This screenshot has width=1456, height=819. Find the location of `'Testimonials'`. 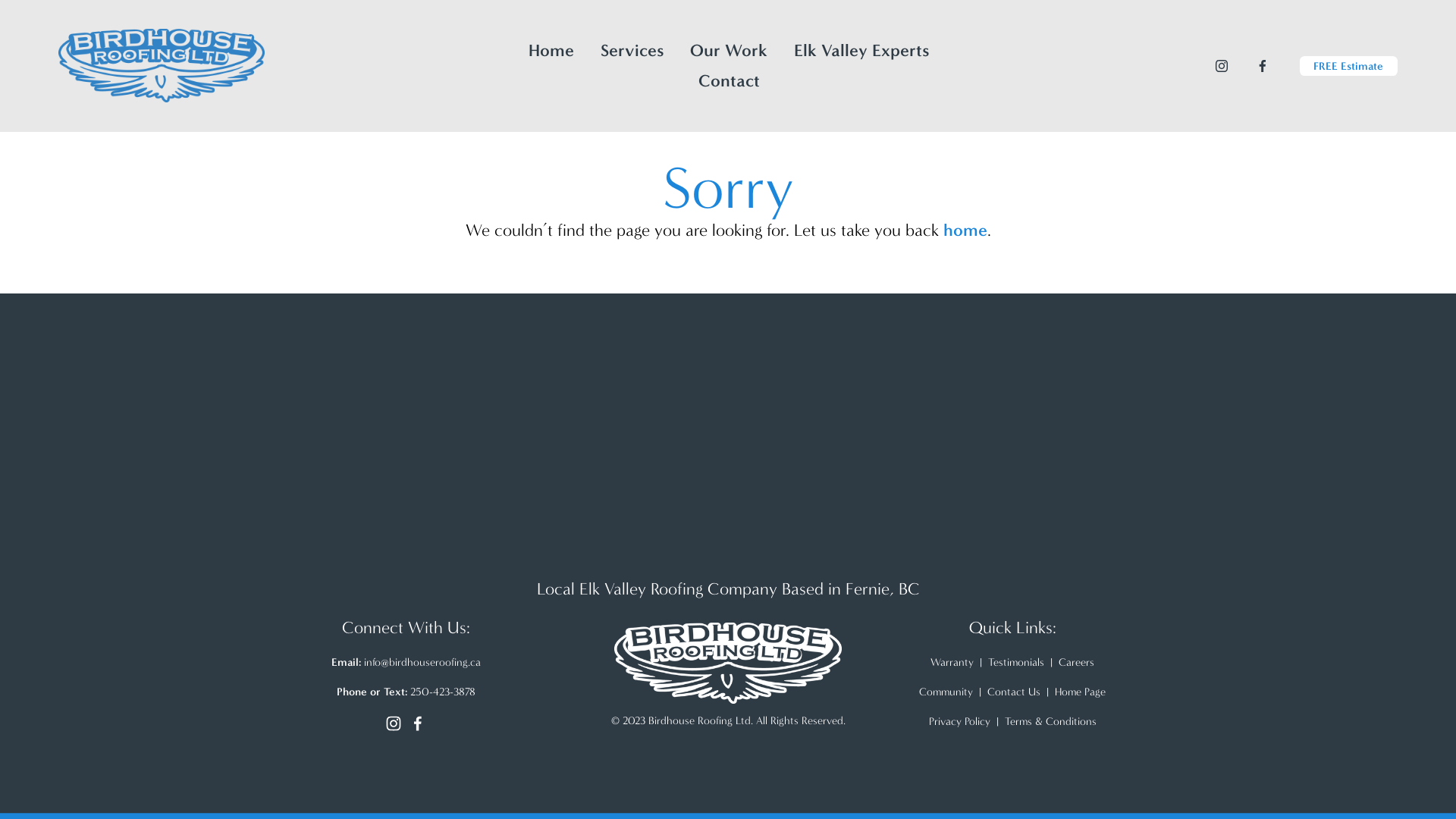

'Testimonials' is located at coordinates (1015, 661).